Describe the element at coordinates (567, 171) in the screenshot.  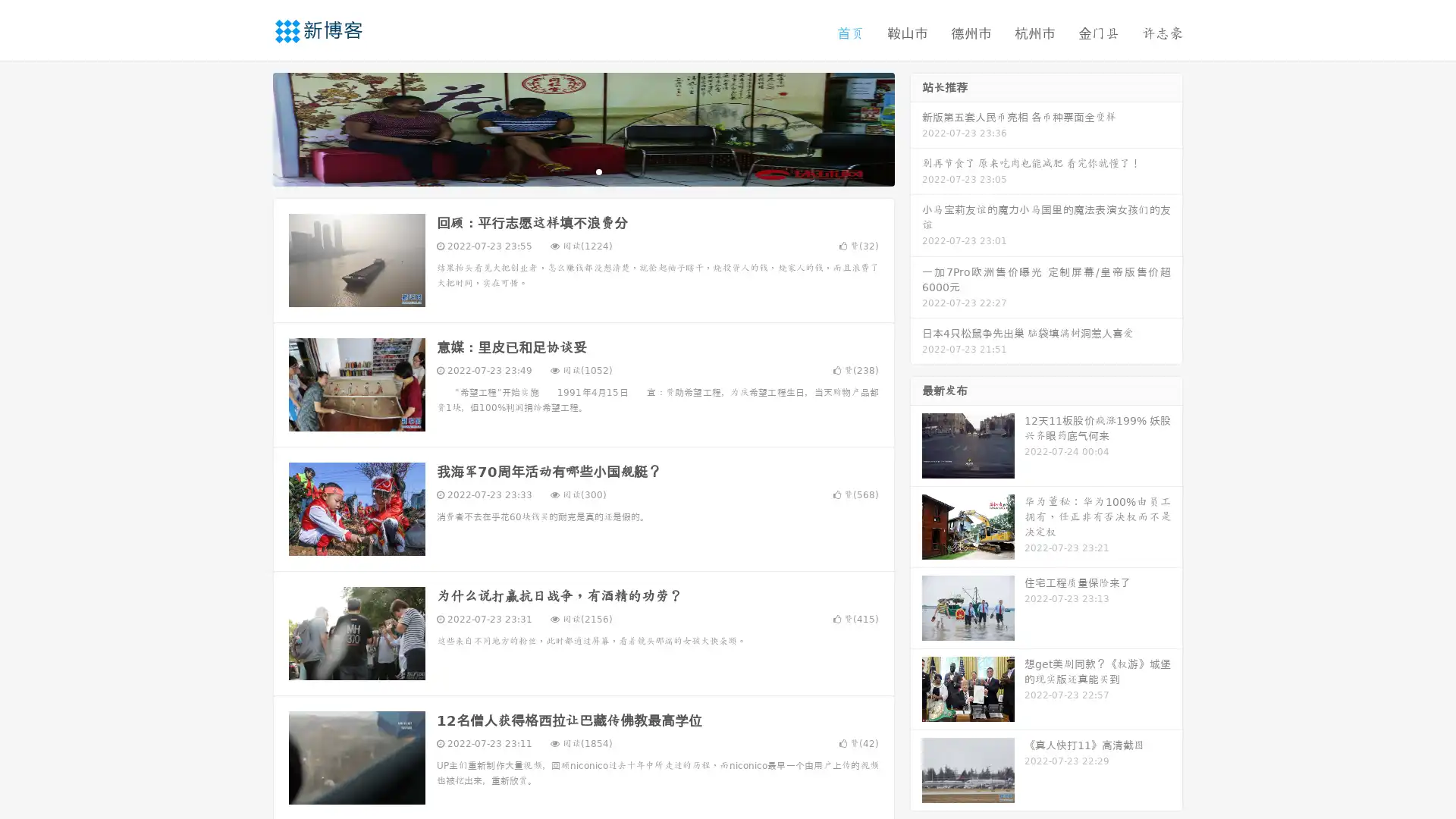
I see `Go to slide 1` at that location.